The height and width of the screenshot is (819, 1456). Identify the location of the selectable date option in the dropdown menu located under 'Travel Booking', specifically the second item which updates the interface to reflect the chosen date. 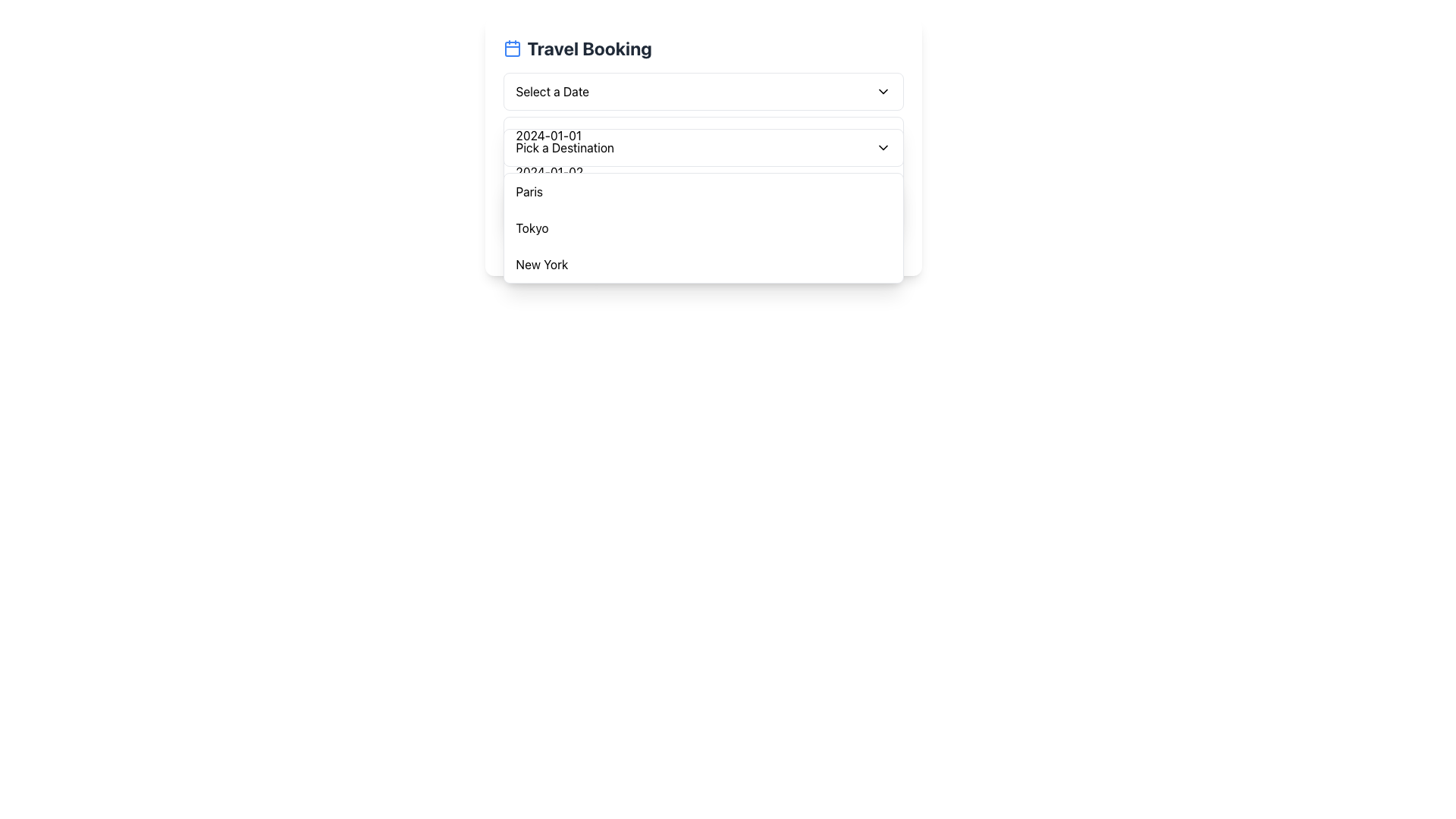
(702, 171).